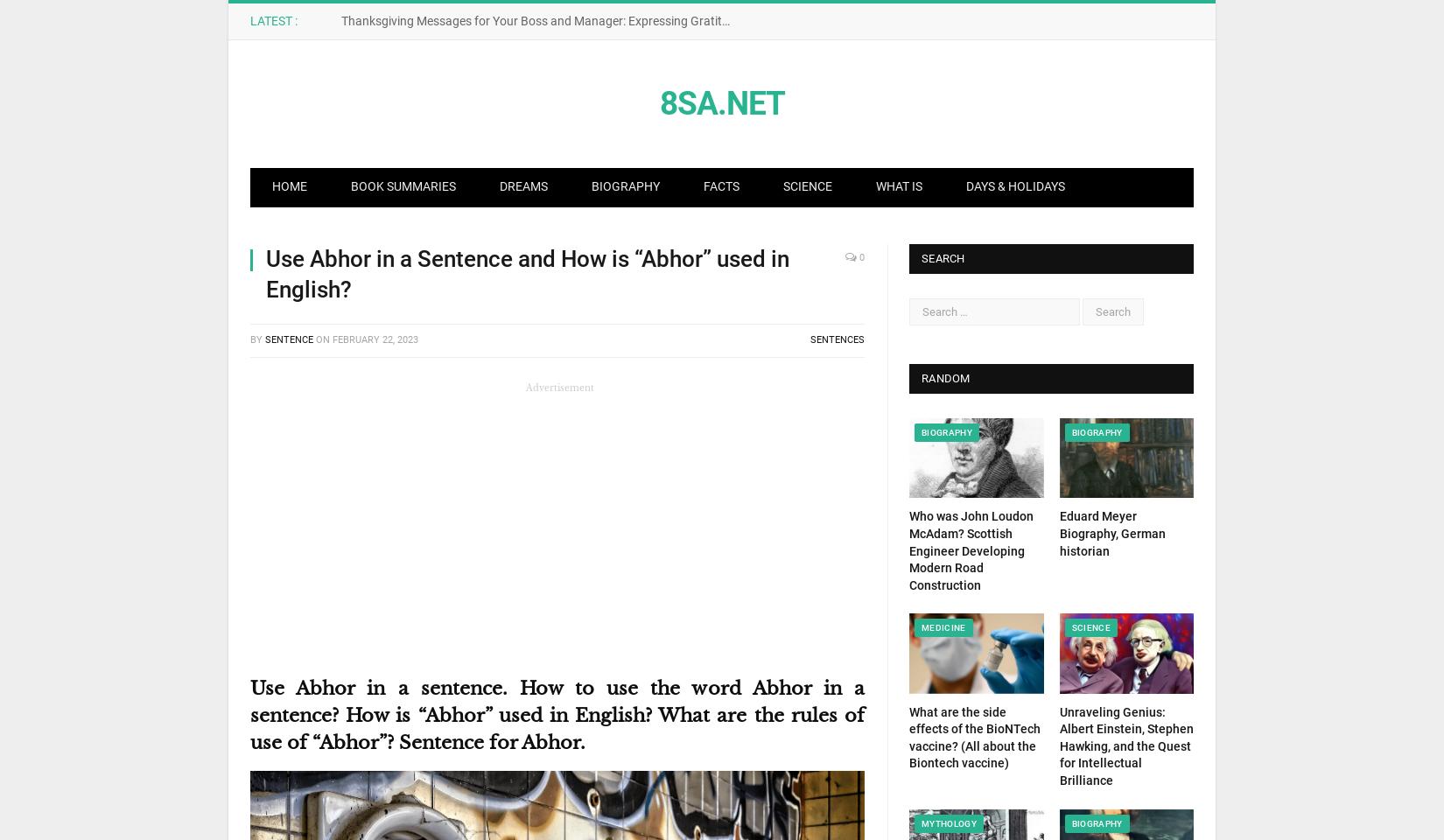 Image resolution: width=1444 pixels, height=840 pixels. What do you see at coordinates (289, 339) in the screenshot?
I see `'sentence'` at bounding box center [289, 339].